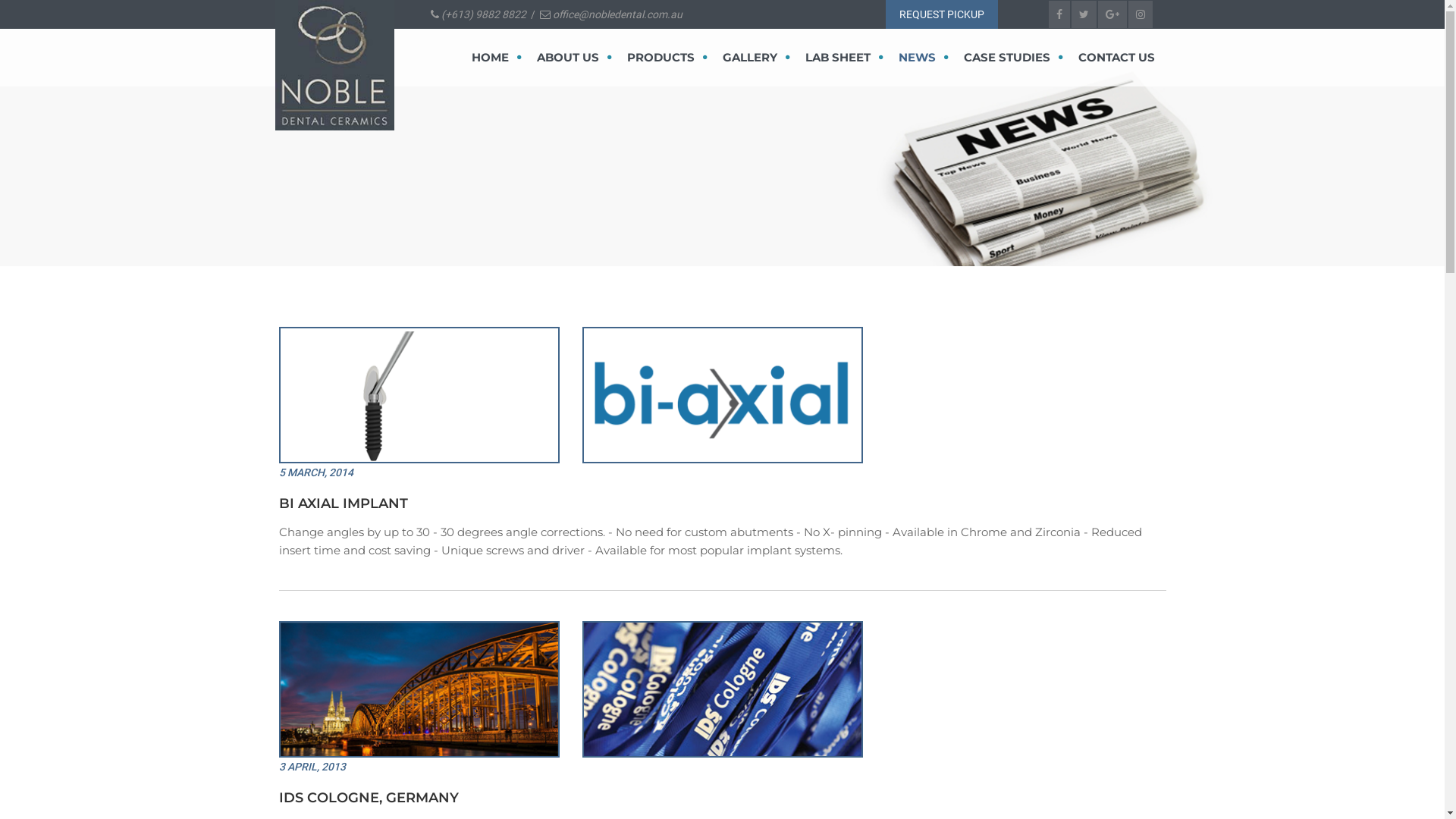  I want to click on 'ABOUT US', so click(529, 57).